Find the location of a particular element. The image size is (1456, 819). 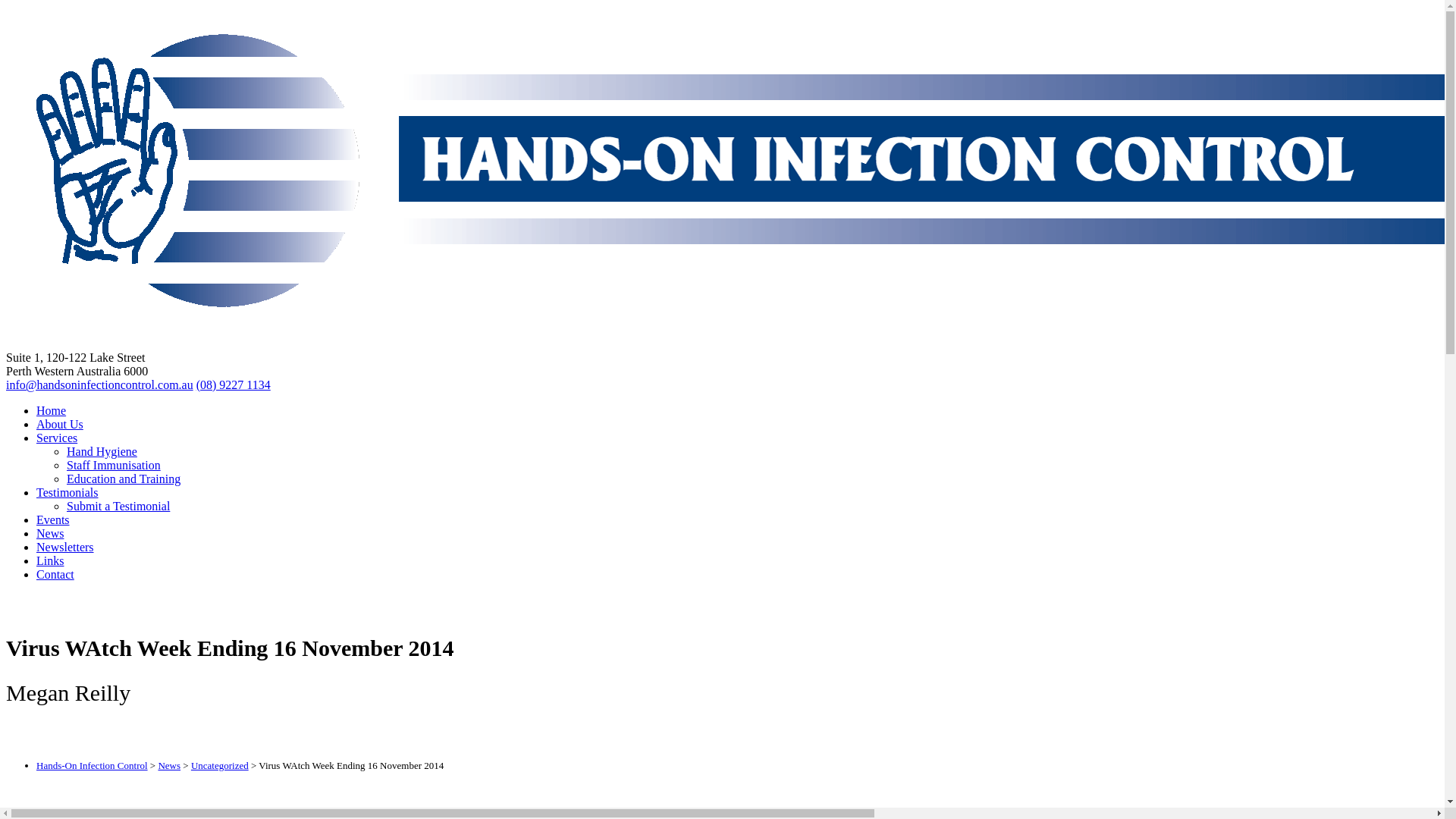

'Home' is located at coordinates (36, 410).